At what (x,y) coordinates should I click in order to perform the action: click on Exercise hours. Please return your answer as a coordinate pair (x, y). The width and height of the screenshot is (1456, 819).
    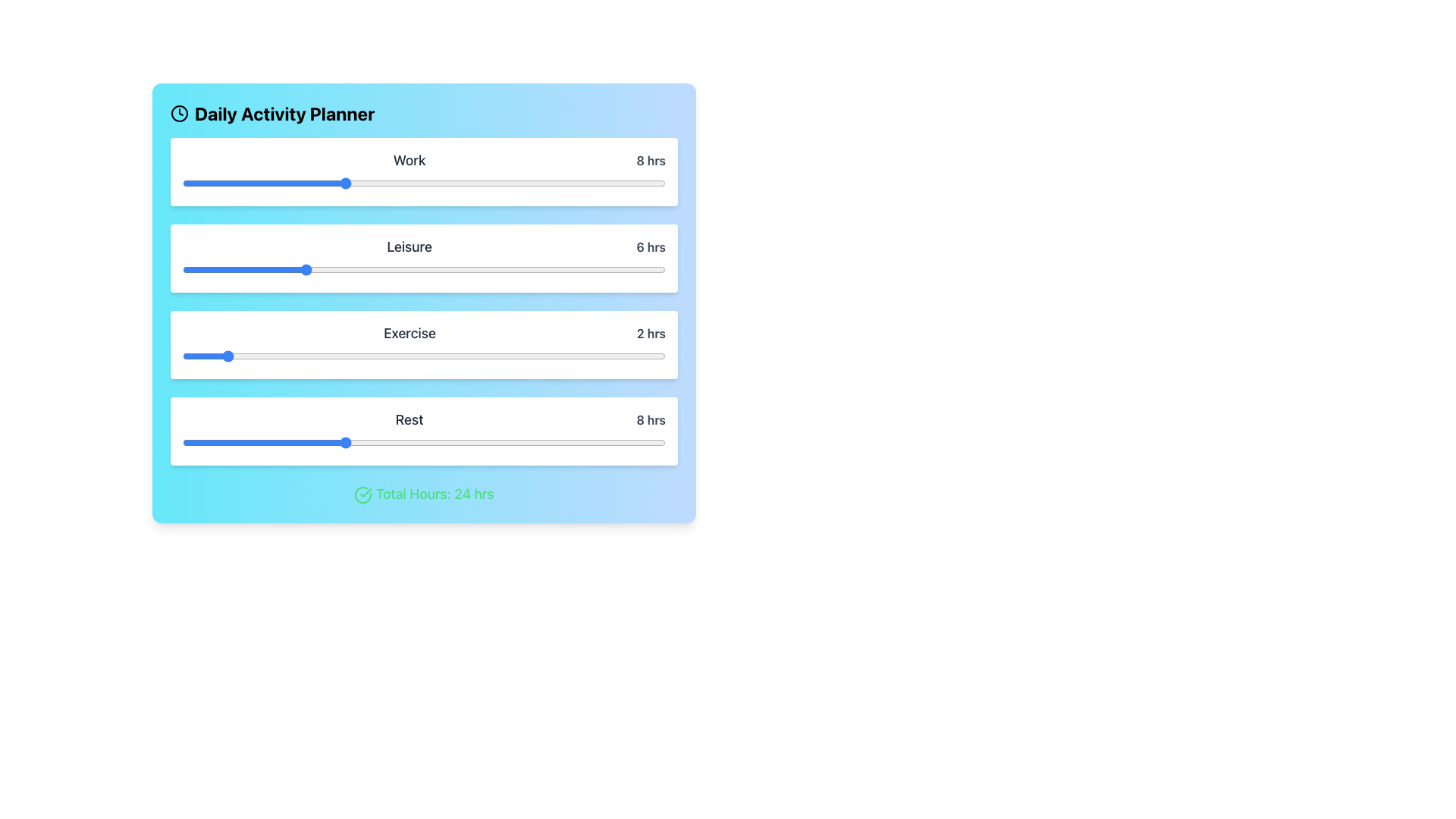
    Looking at the image, I should click on (263, 356).